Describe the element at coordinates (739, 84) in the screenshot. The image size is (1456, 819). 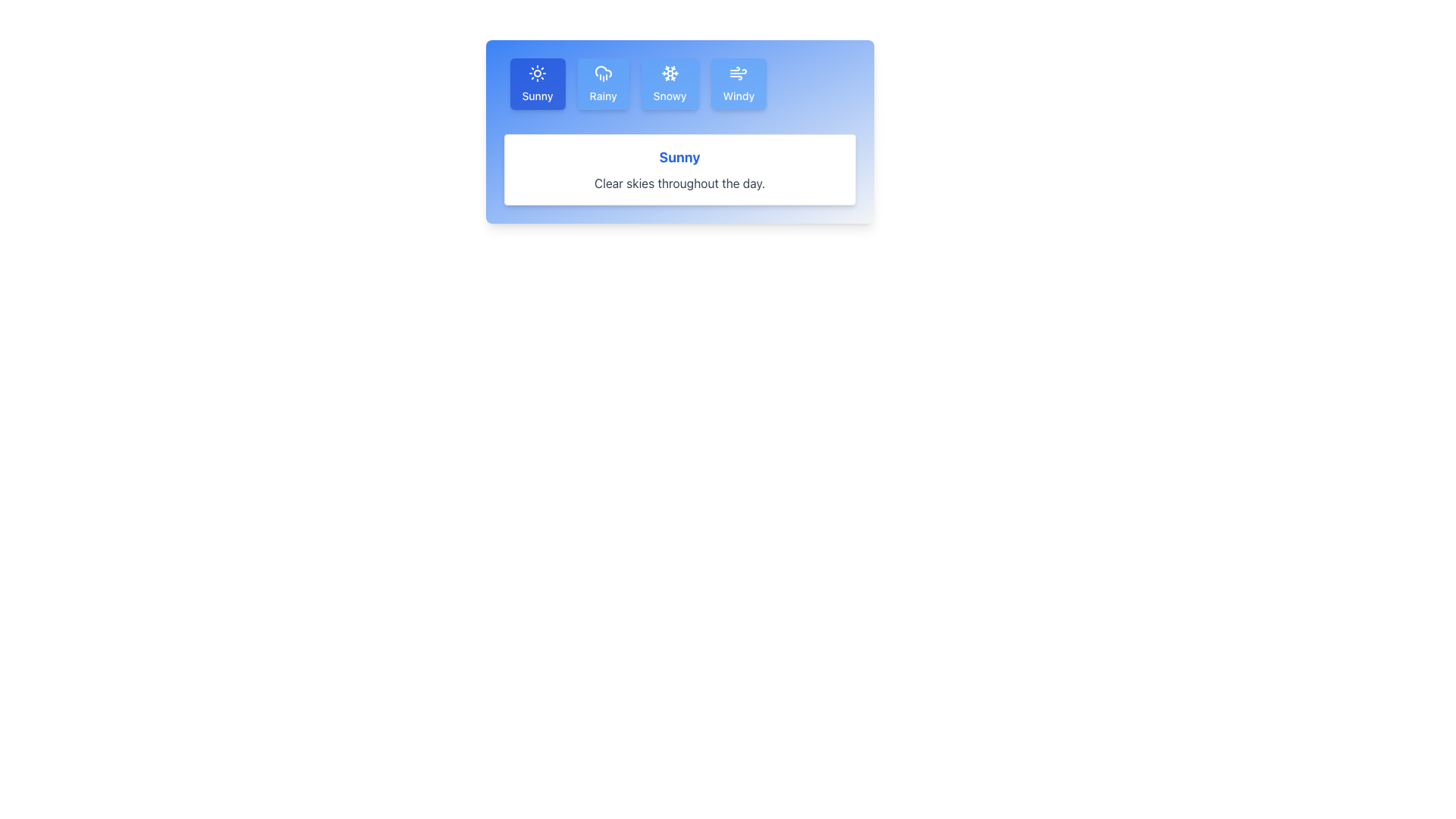
I see `the 'Windy' button which allows users to select windy as a weather condition for keyboard navigation` at that location.